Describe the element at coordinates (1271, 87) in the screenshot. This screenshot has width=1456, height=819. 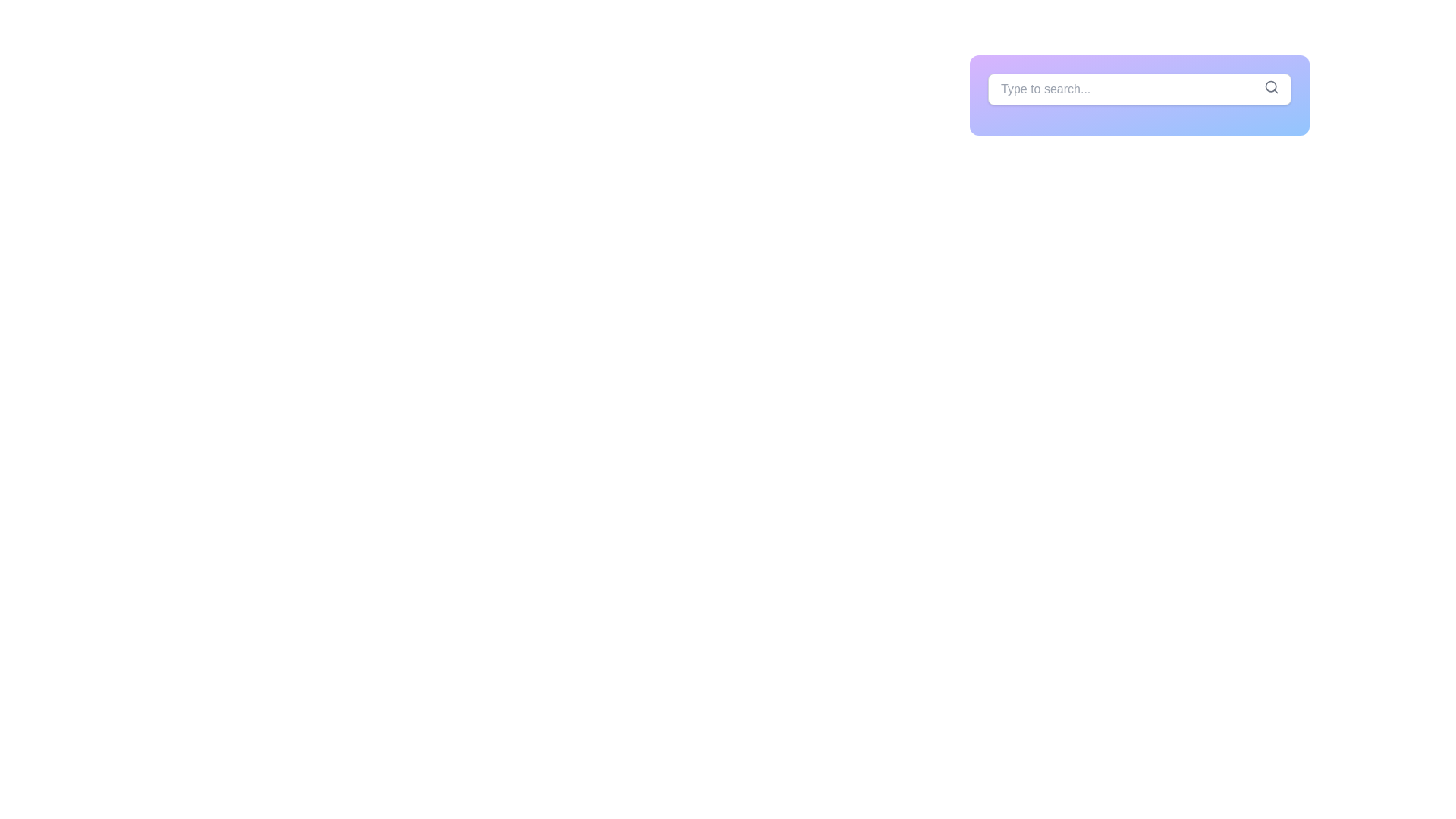
I see `the search icon, which is a circular button with a handle resembling a magnifying glass, located at the top-right corner of the search input box` at that location.